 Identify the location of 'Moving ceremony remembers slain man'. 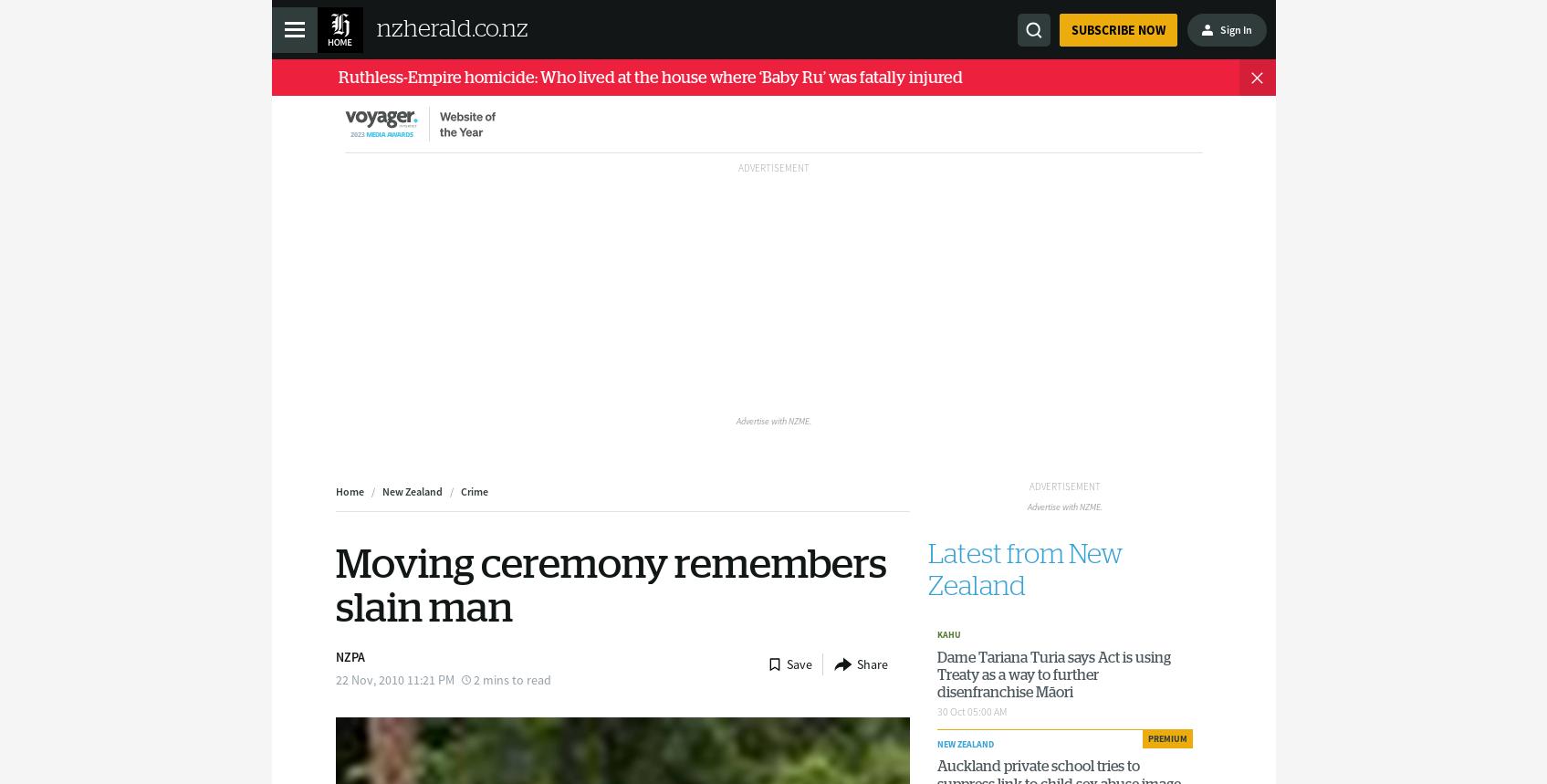
(611, 585).